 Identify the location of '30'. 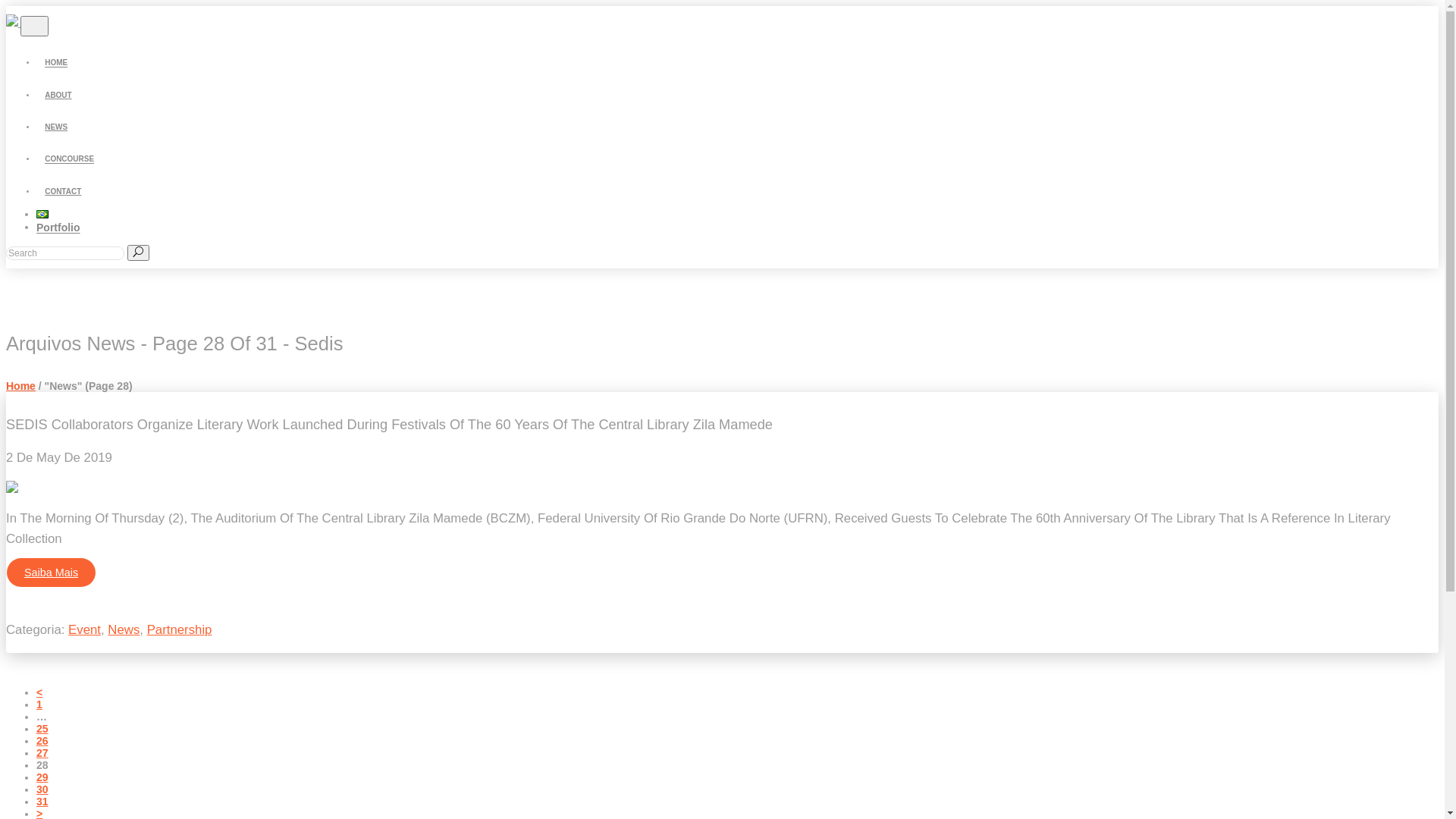
(36, 789).